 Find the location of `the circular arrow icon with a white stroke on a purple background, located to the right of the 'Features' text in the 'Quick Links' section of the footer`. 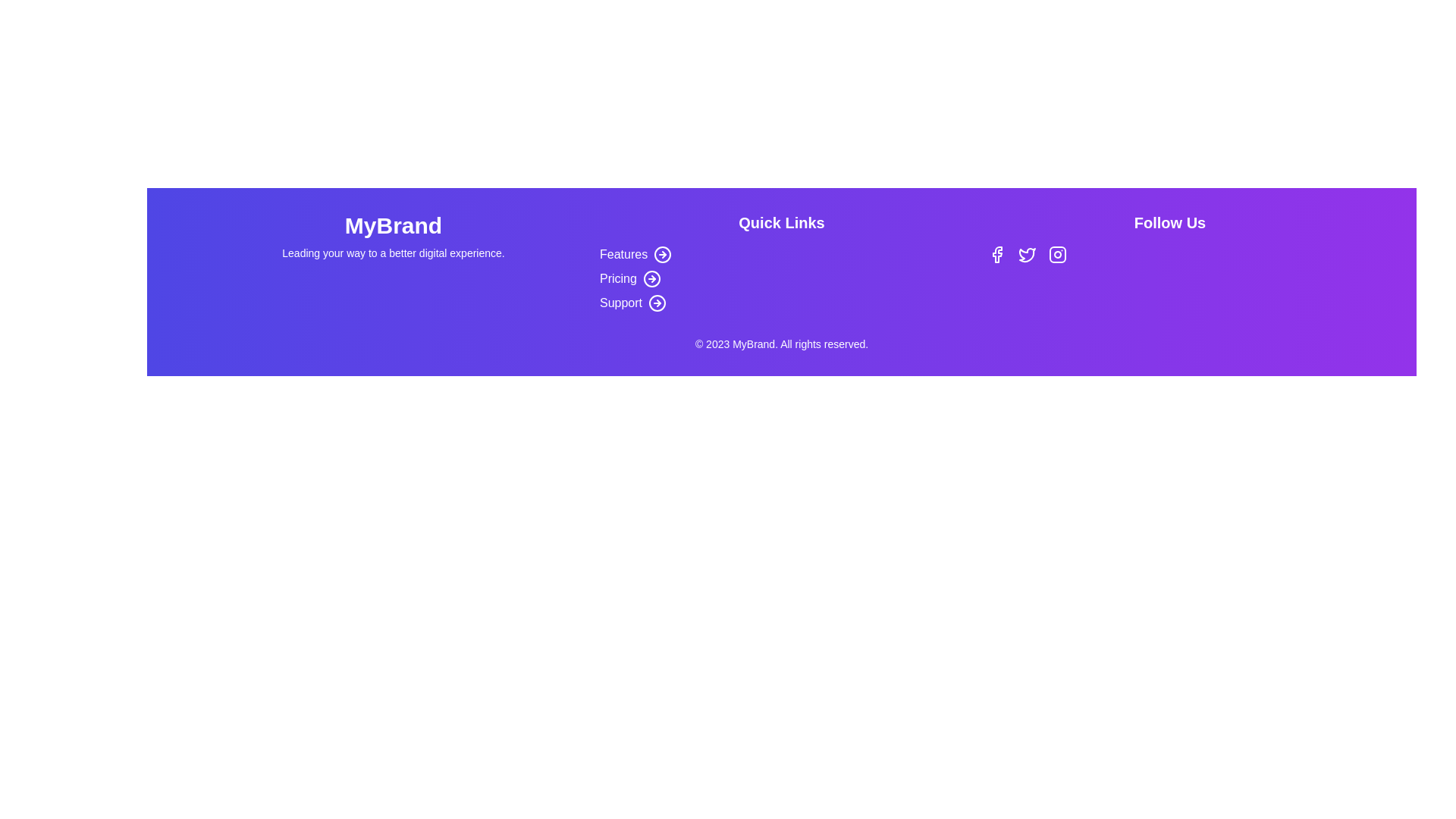

the circular arrow icon with a white stroke on a purple background, located to the right of the 'Features' text in the 'Quick Links' section of the footer is located at coordinates (663, 253).